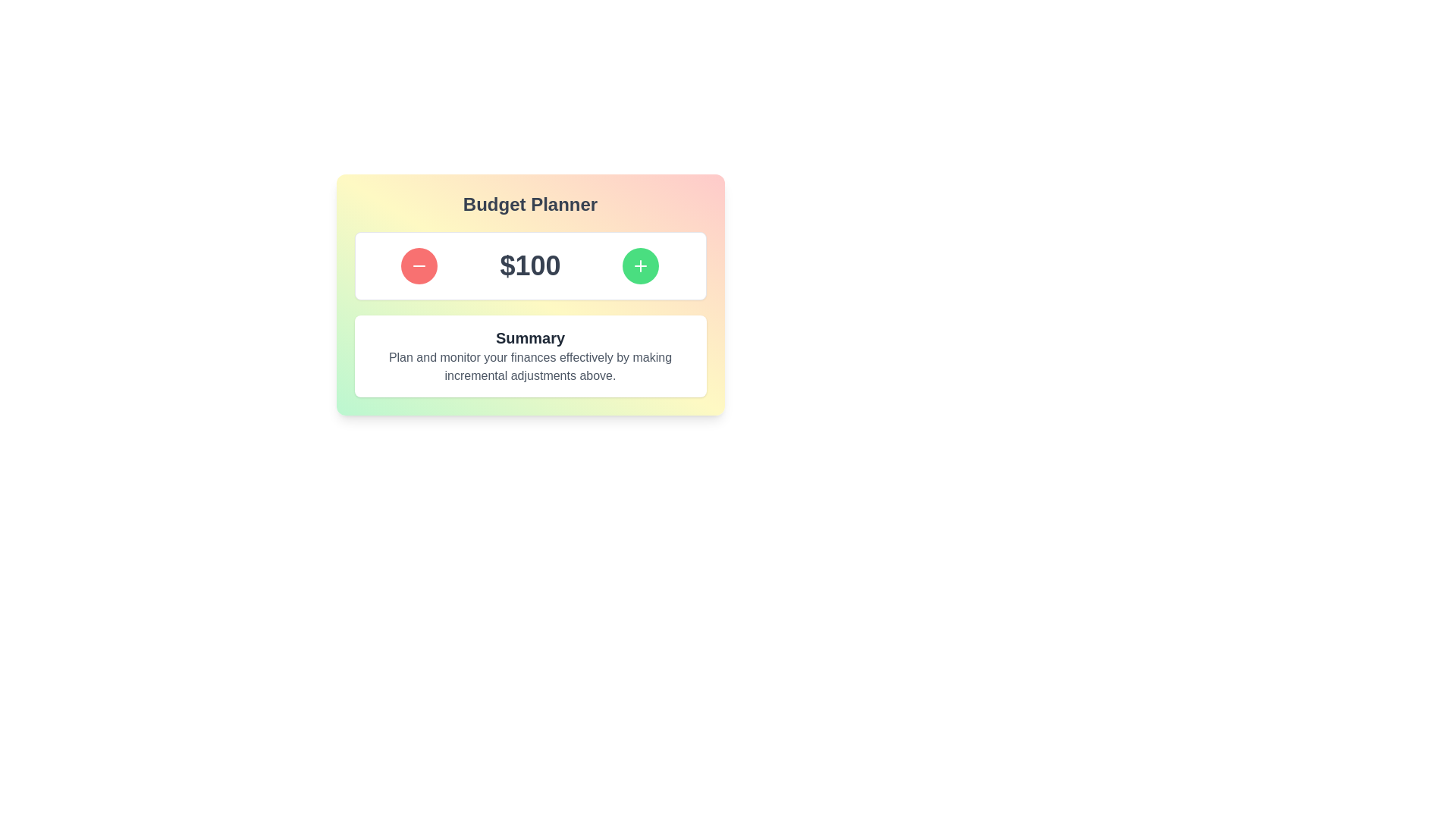 This screenshot has width=1456, height=819. What do you see at coordinates (641, 265) in the screenshot?
I see `the increment button located in the top right corner of its grouping` at bounding box center [641, 265].